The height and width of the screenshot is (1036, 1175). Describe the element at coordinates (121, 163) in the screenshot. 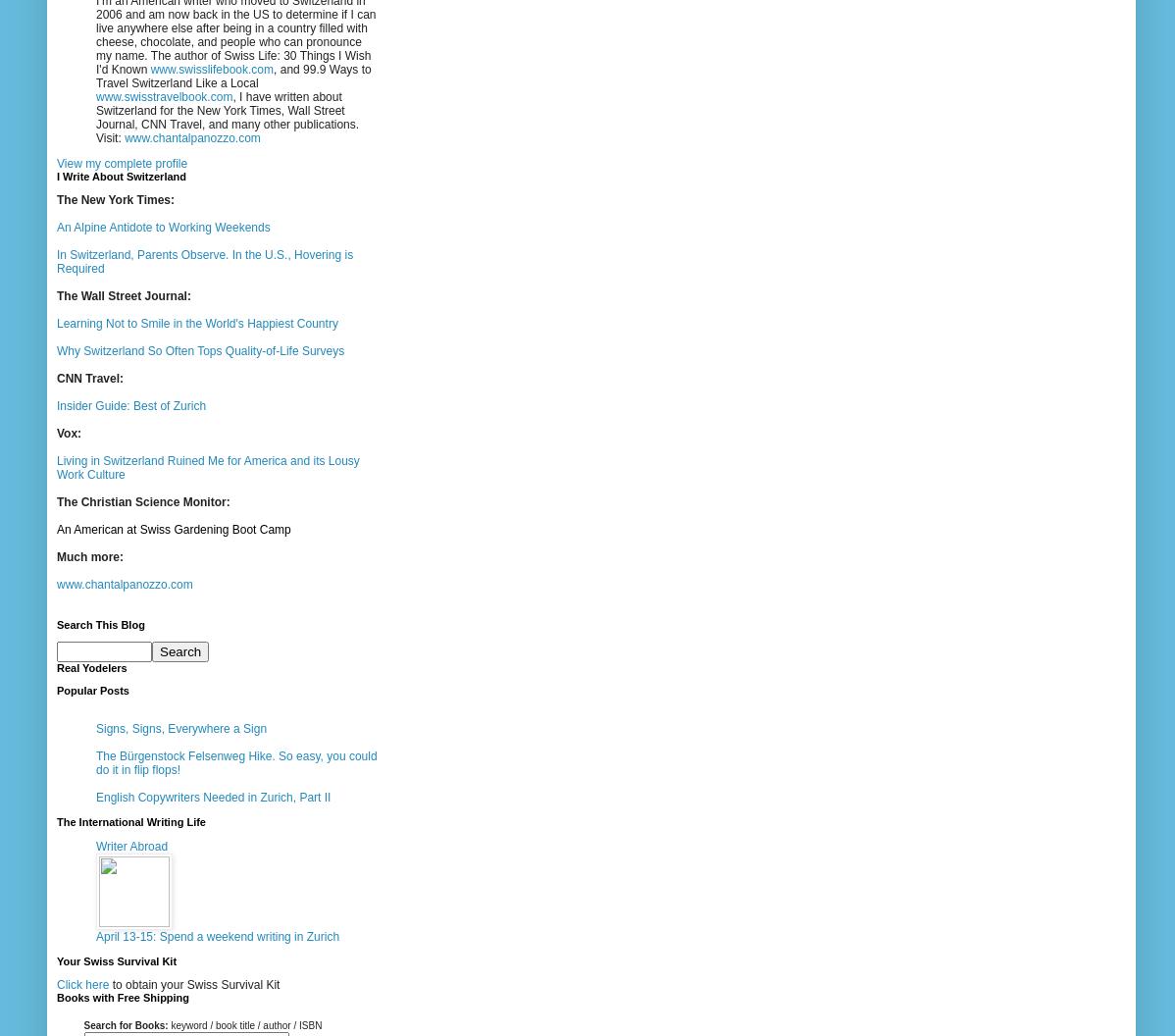

I see `'View my complete profile'` at that location.